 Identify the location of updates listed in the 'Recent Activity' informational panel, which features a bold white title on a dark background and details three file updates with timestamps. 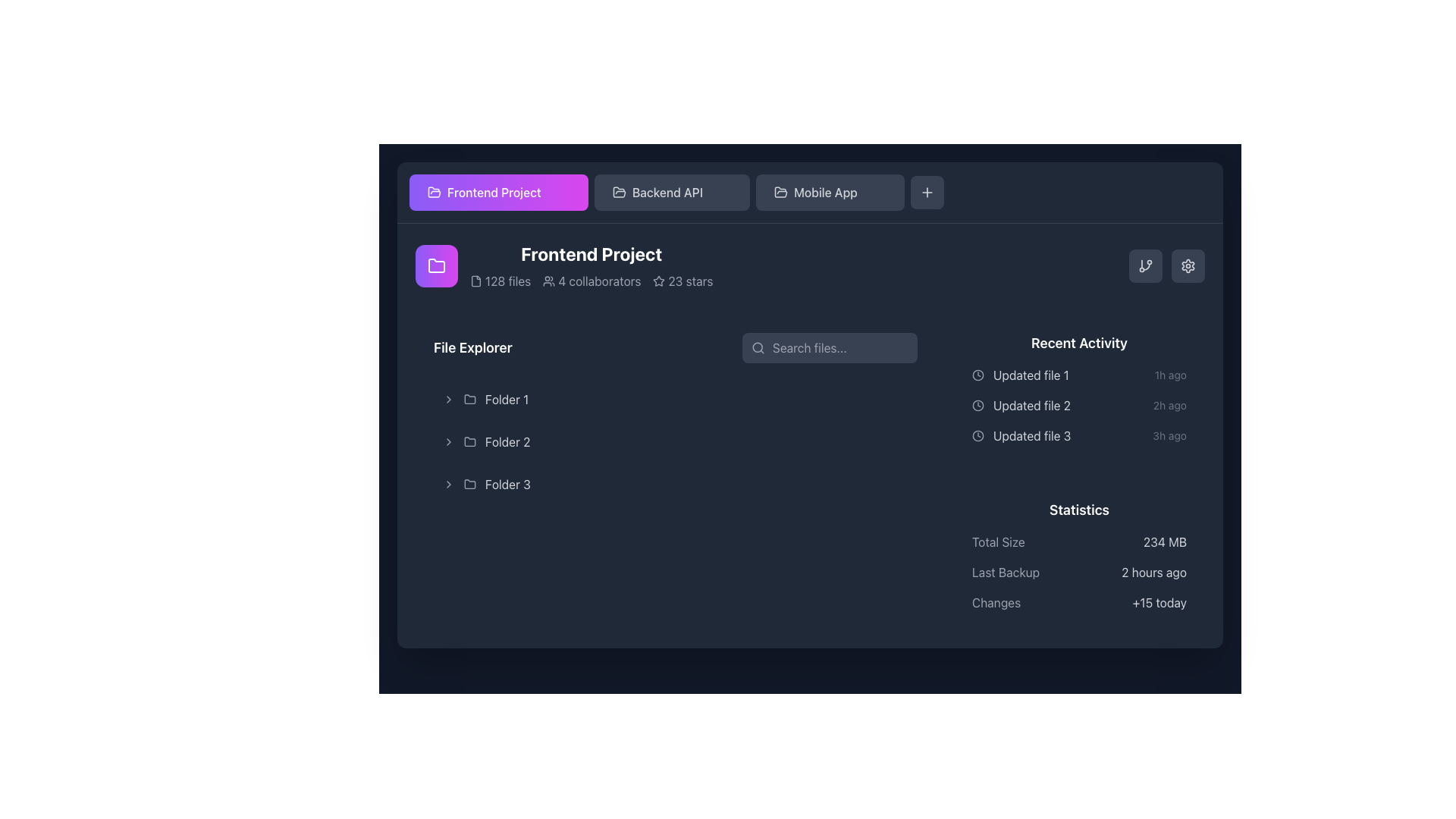
(1078, 388).